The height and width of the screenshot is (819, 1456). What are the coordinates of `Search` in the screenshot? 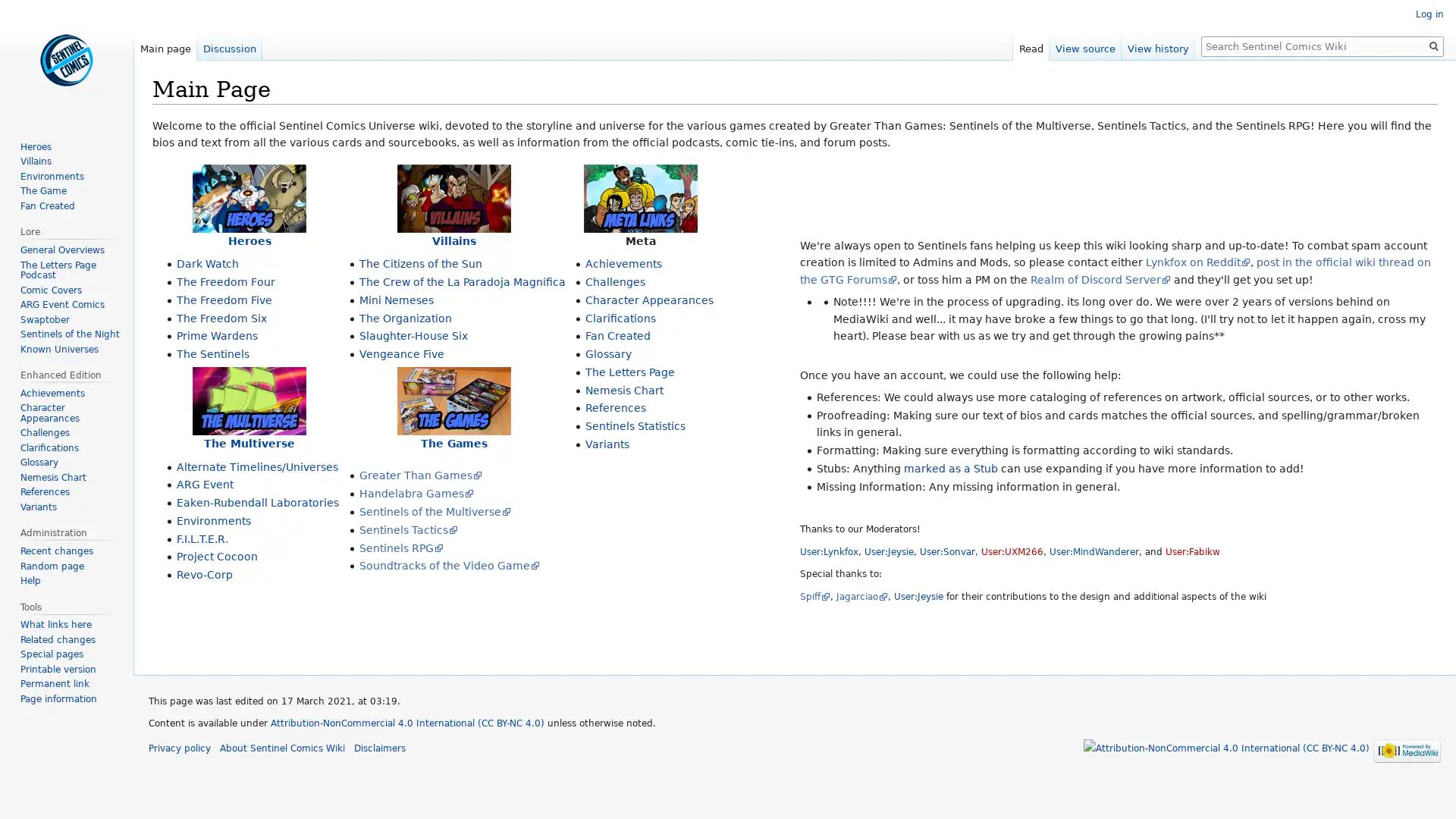 It's located at (1433, 45).